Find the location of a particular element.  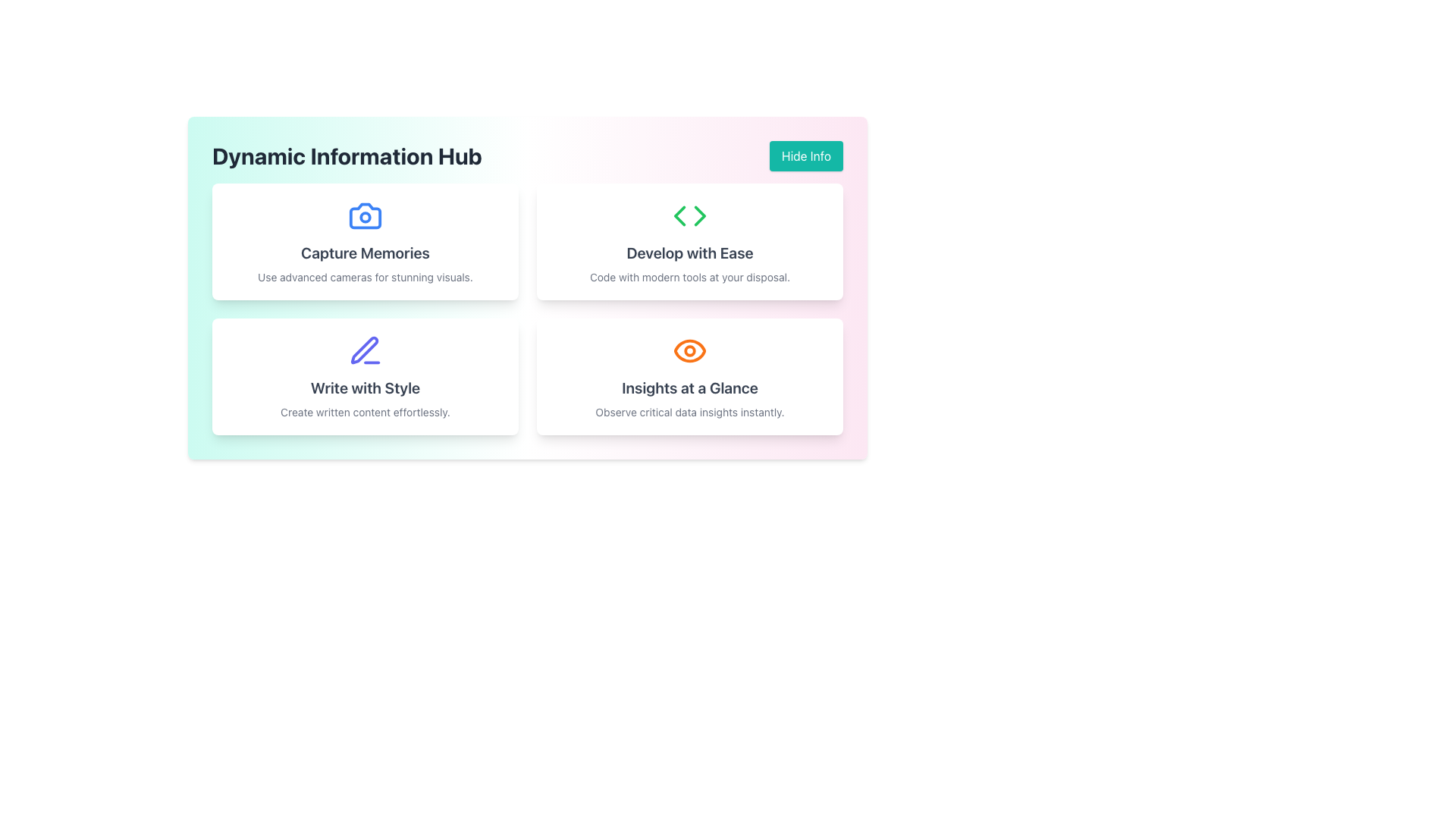

the SVG icon located within the 'Develop with Ease' card in the top-right corner of the grid layout for identification purposes is located at coordinates (689, 216).